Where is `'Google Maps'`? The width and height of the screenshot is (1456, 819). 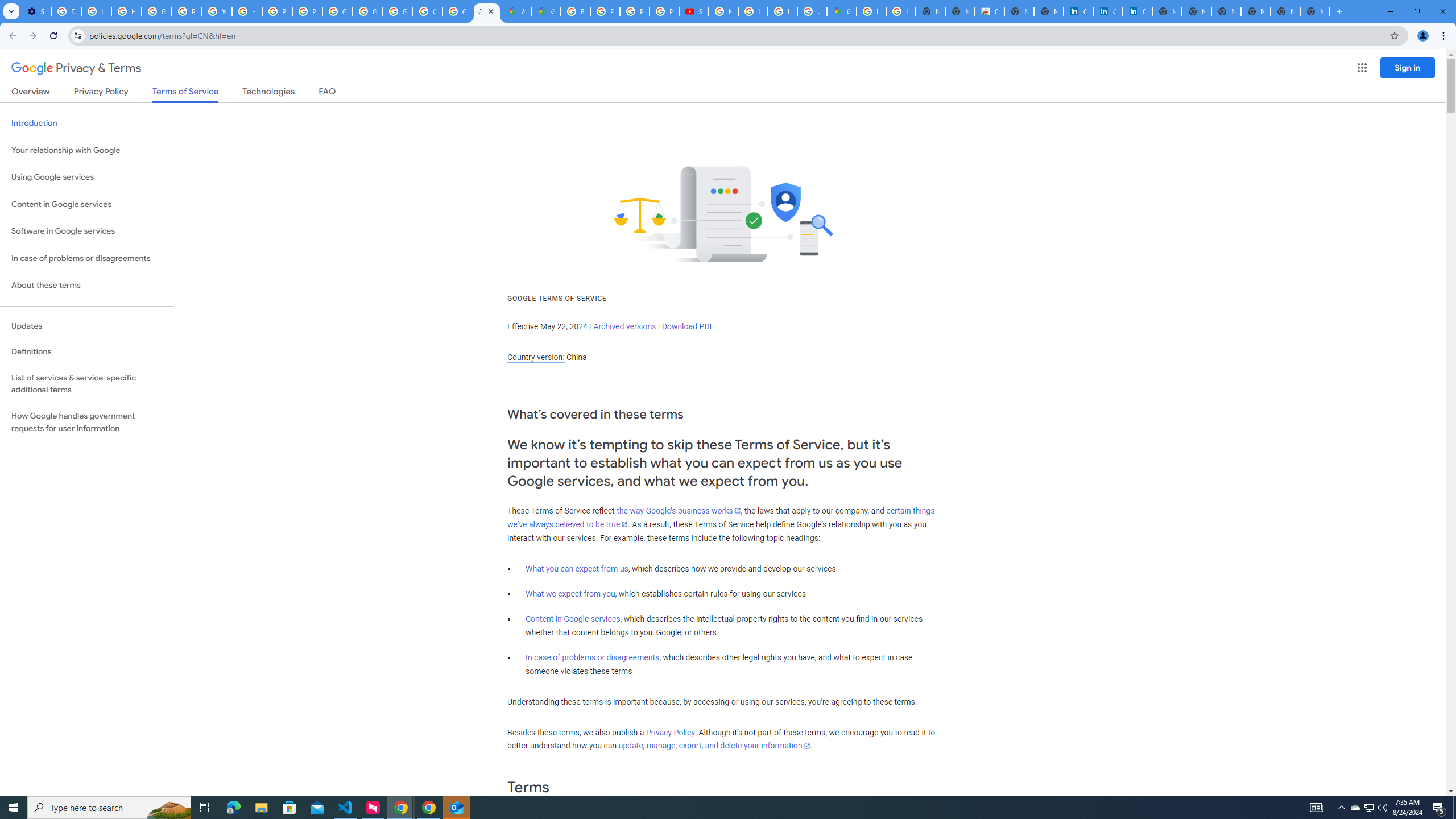
'Google Maps' is located at coordinates (545, 11).